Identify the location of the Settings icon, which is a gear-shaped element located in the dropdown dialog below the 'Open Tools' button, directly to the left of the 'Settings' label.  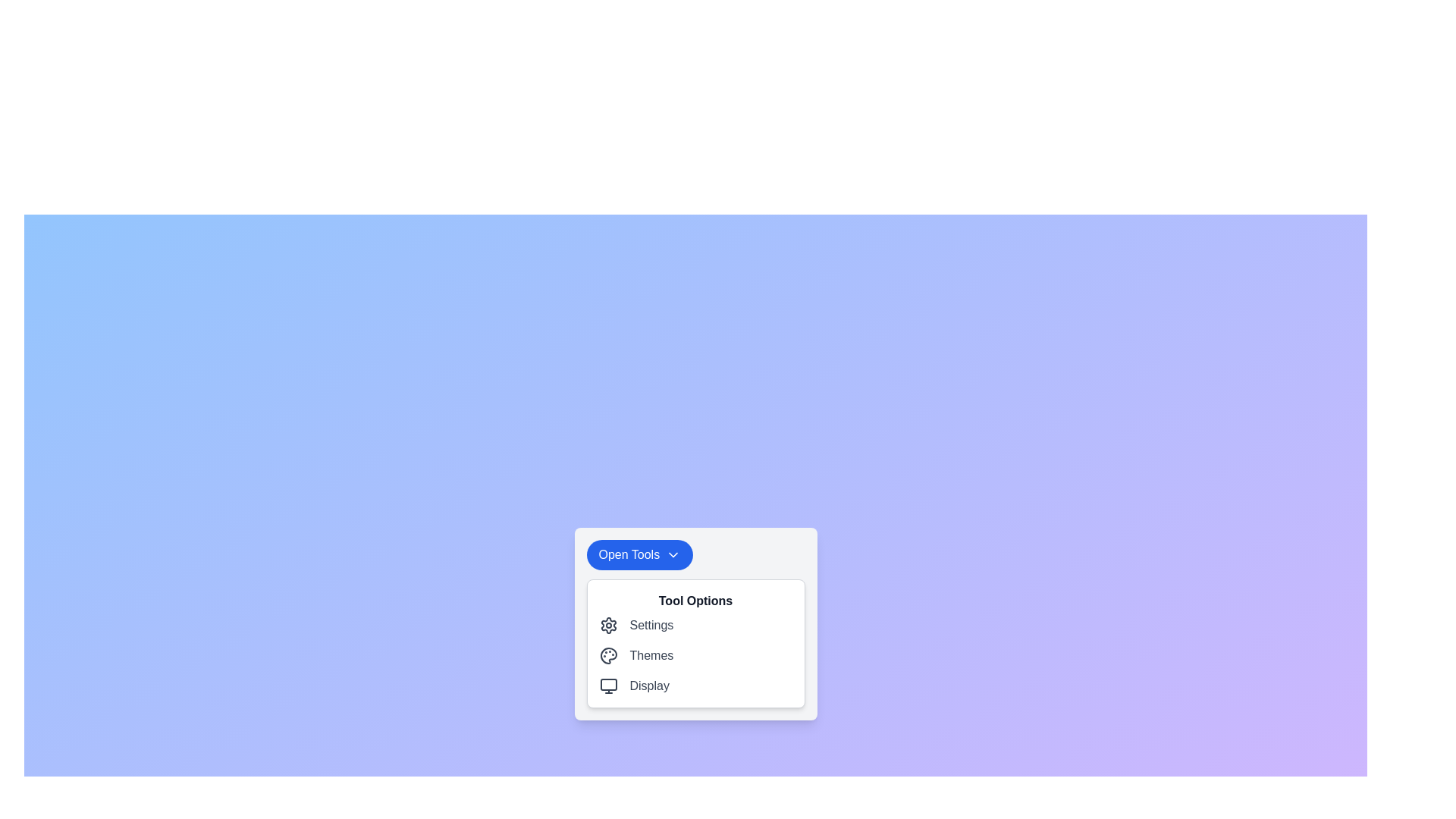
(608, 626).